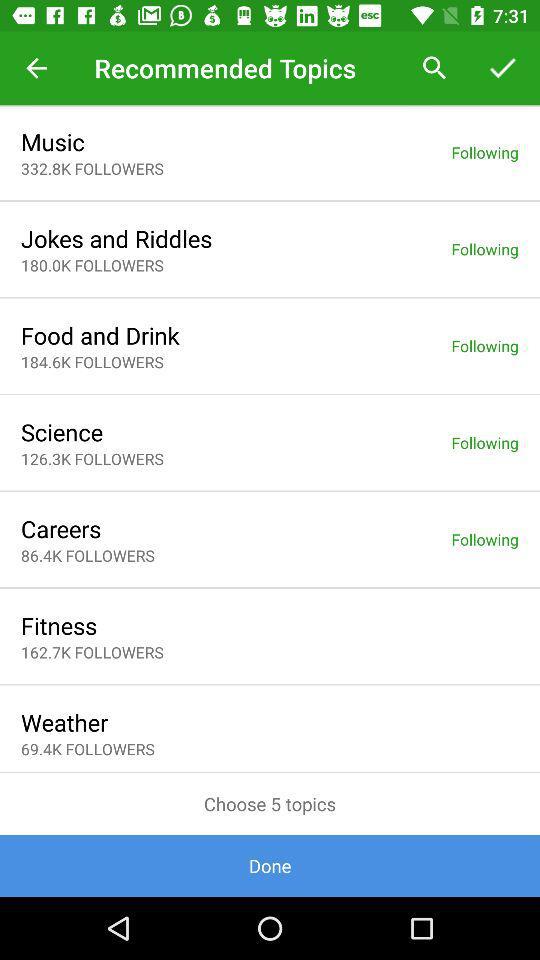  I want to click on the item to the left of recommended topics item, so click(36, 68).